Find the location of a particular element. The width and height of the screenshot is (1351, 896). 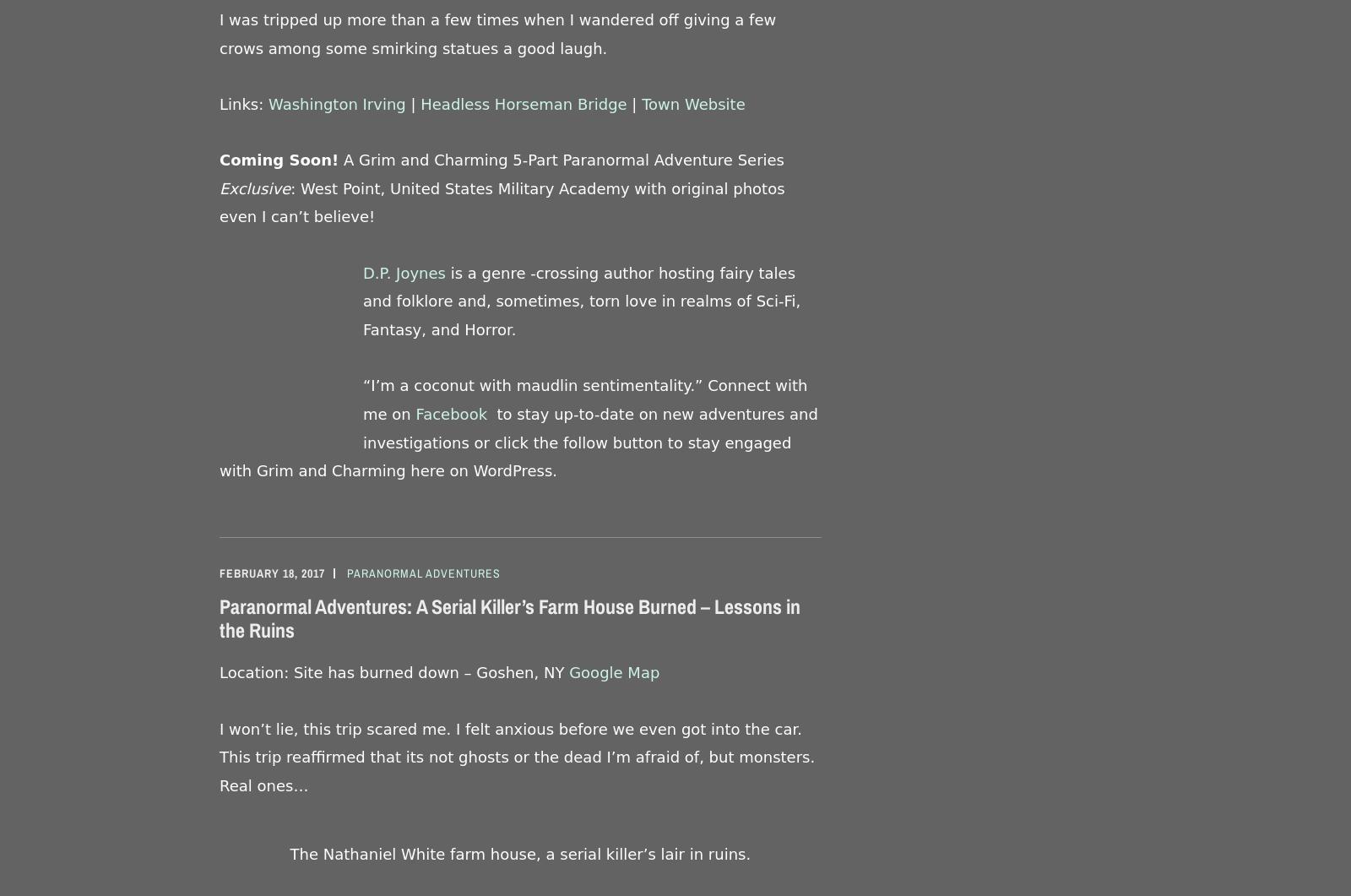

'Location: Site has burned down – Goshen, NY' is located at coordinates (220, 672).